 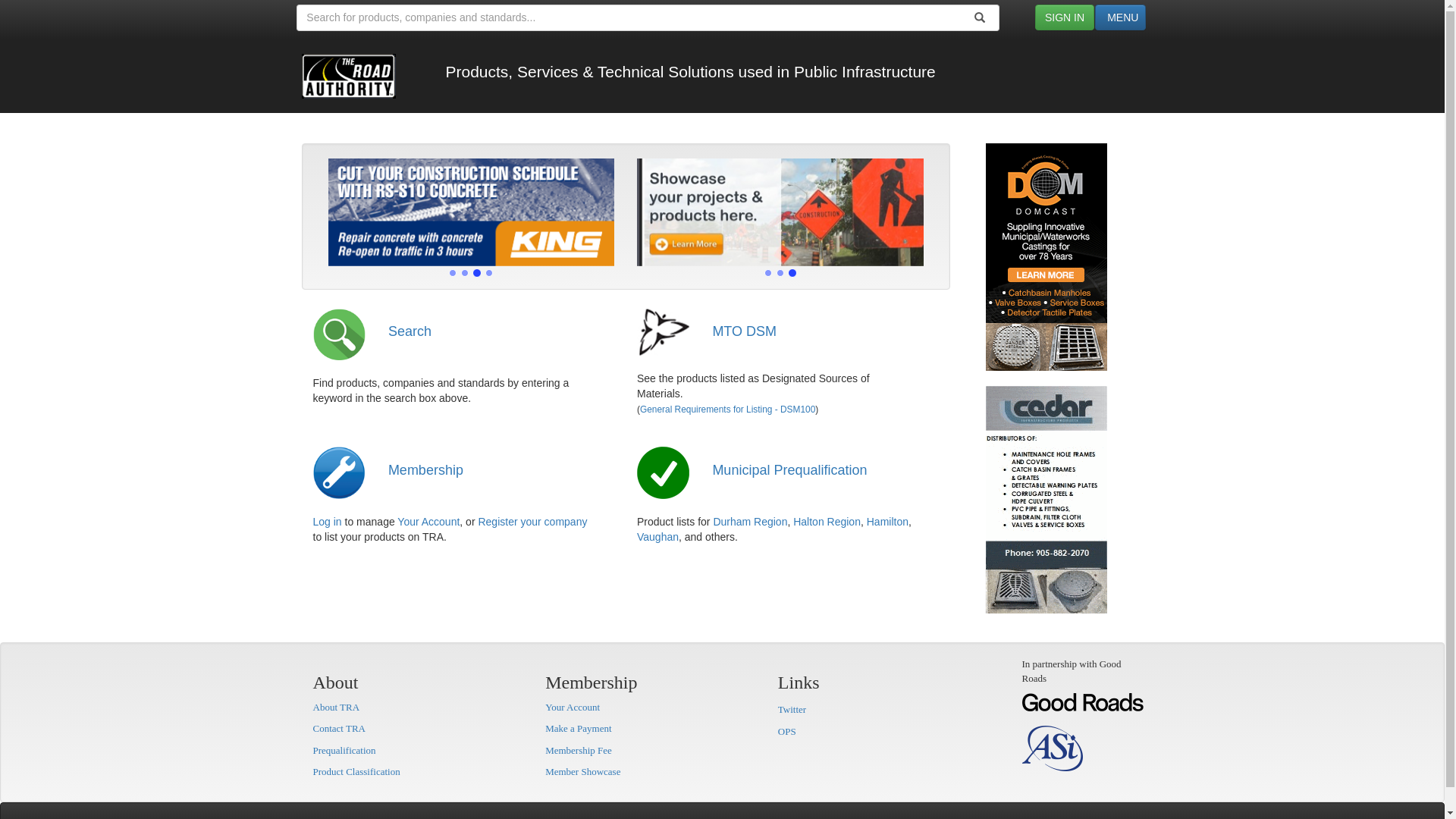 What do you see at coordinates (577, 727) in the screenshot?
I see `'Make a Payment'` at bounding box center [577, 727].